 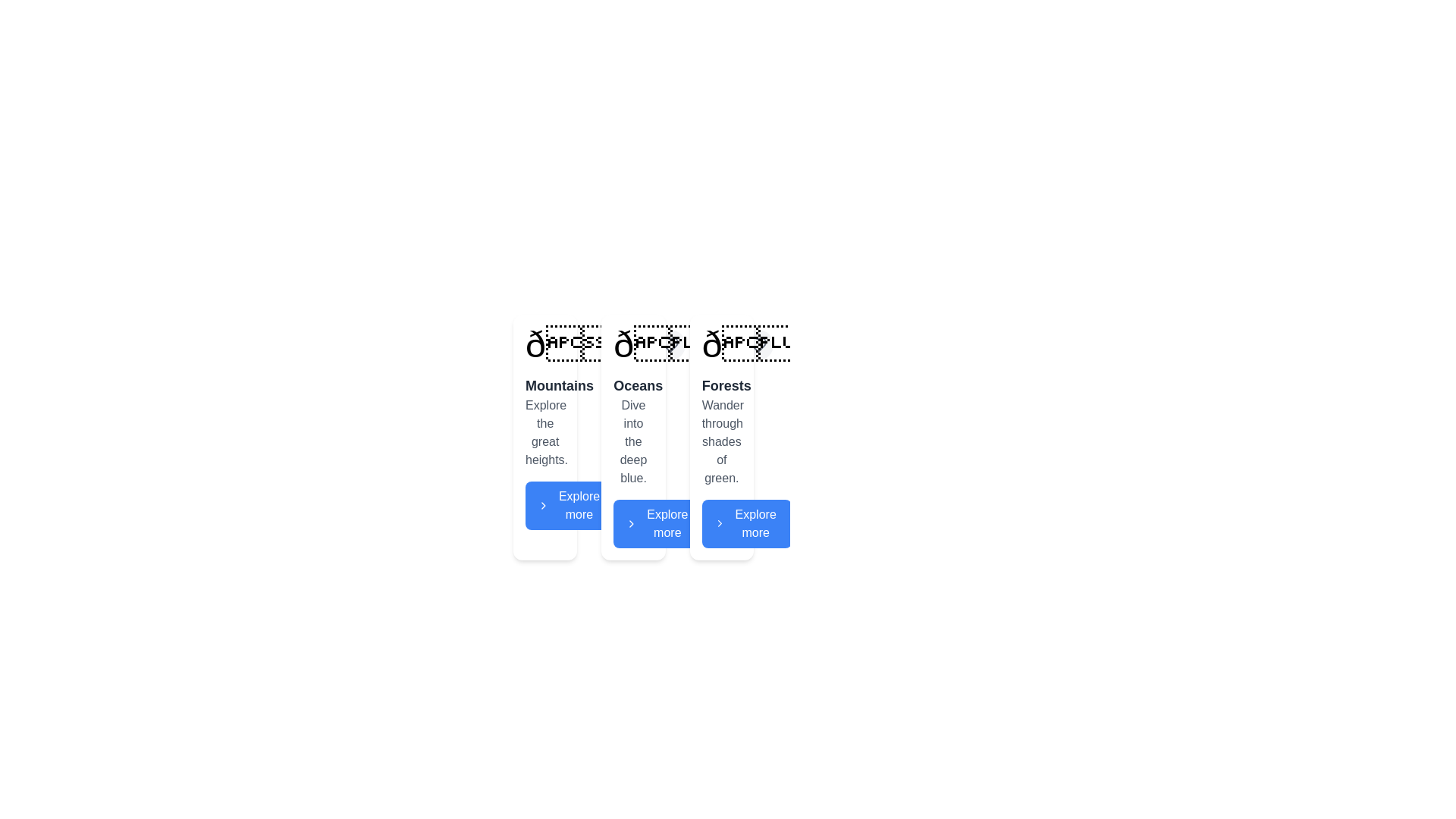 What do you see at coordinates (677, 345) in the screenshot?
I see `the large-sized emoji-like icon at the top of the card labeled 'Oceans', which is styled with the class 'text-5xl'` at bounding box center [677, 345].